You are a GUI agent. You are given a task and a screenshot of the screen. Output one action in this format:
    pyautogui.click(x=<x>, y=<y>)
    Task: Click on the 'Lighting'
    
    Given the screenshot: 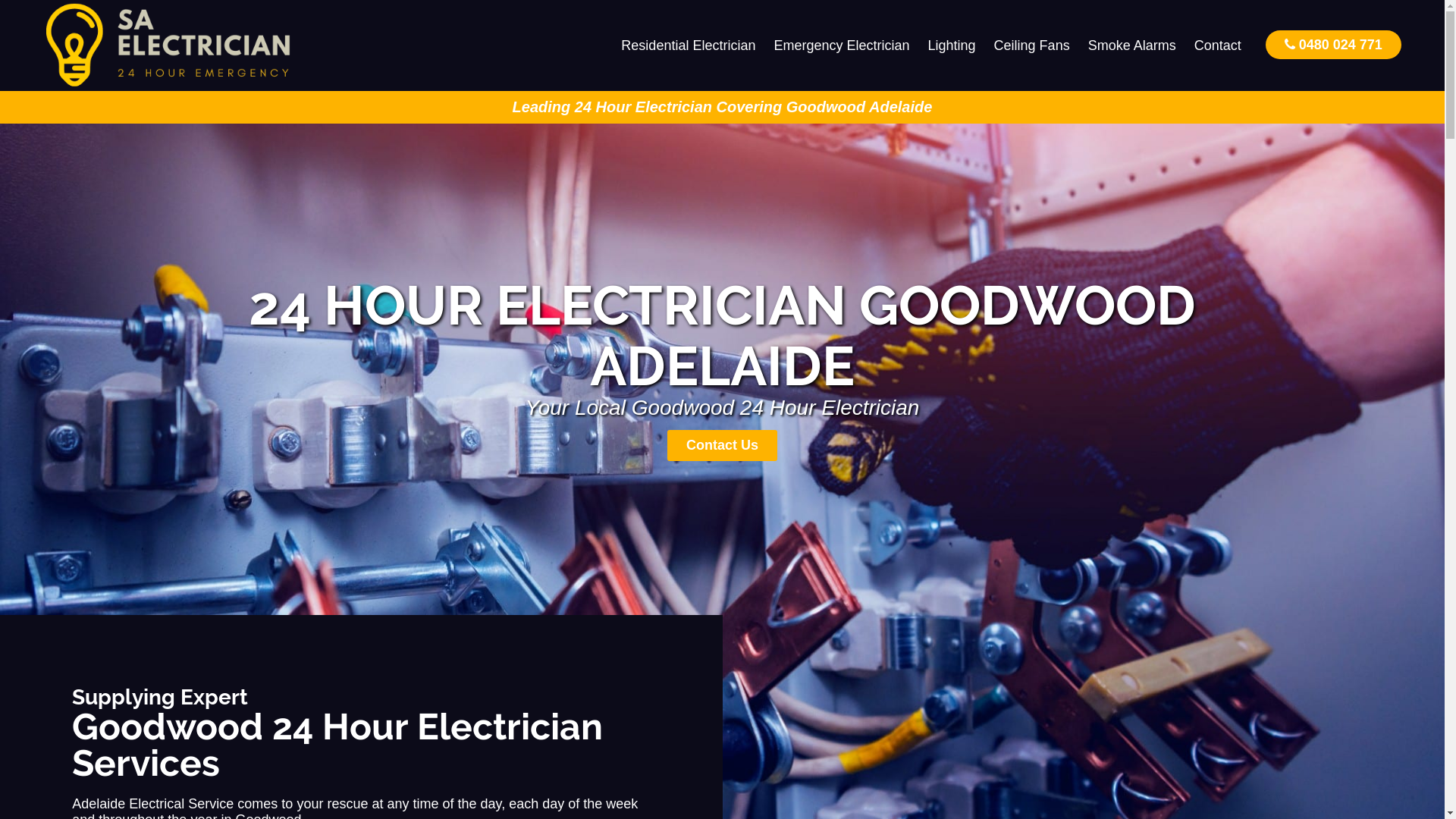 What is the action you would take?
    pyautogui.click(x=951, y=45)
    